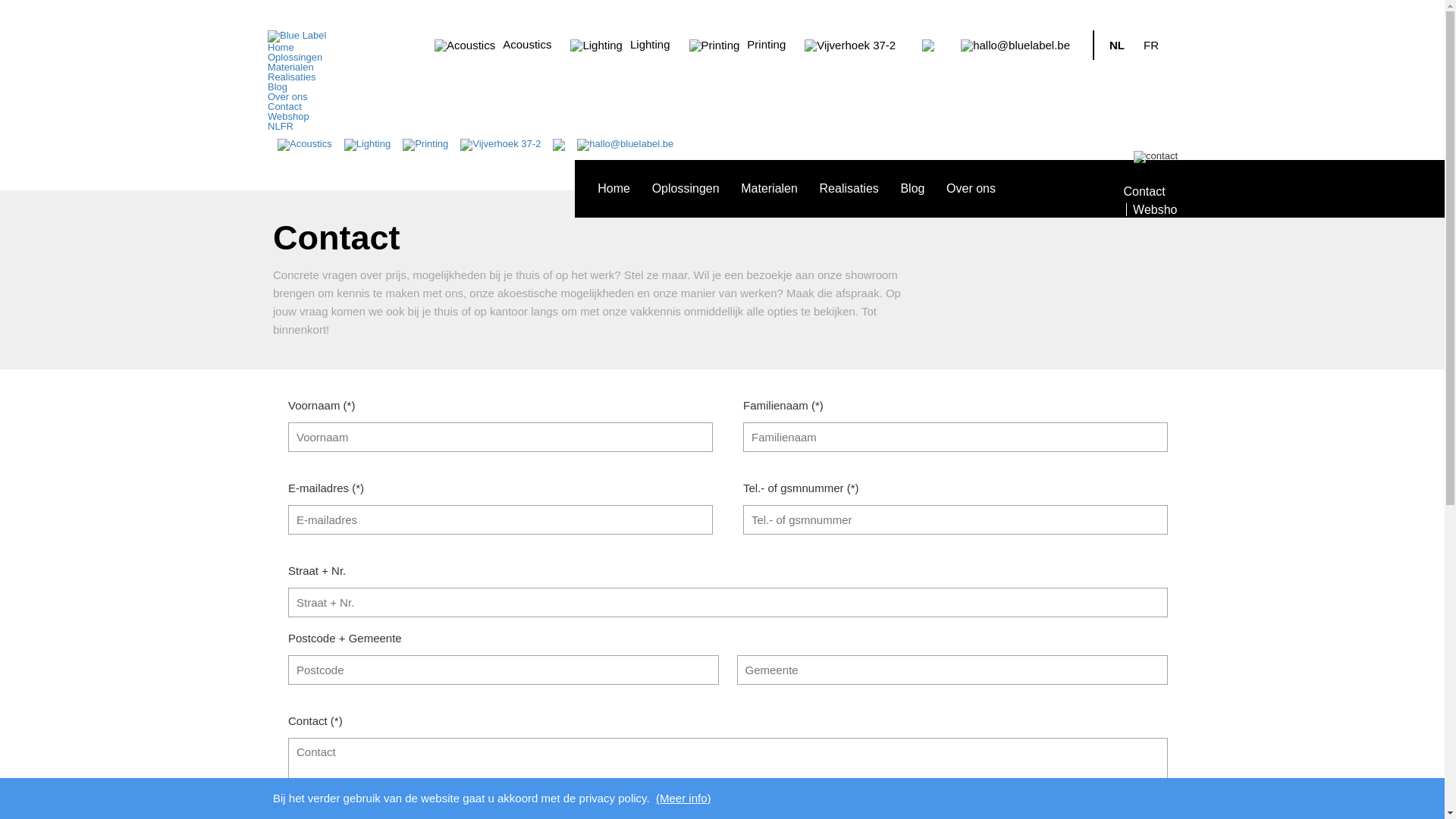 This screenshot has width=1456, height=819. I want to click on 'Blog', so click(912, 187).